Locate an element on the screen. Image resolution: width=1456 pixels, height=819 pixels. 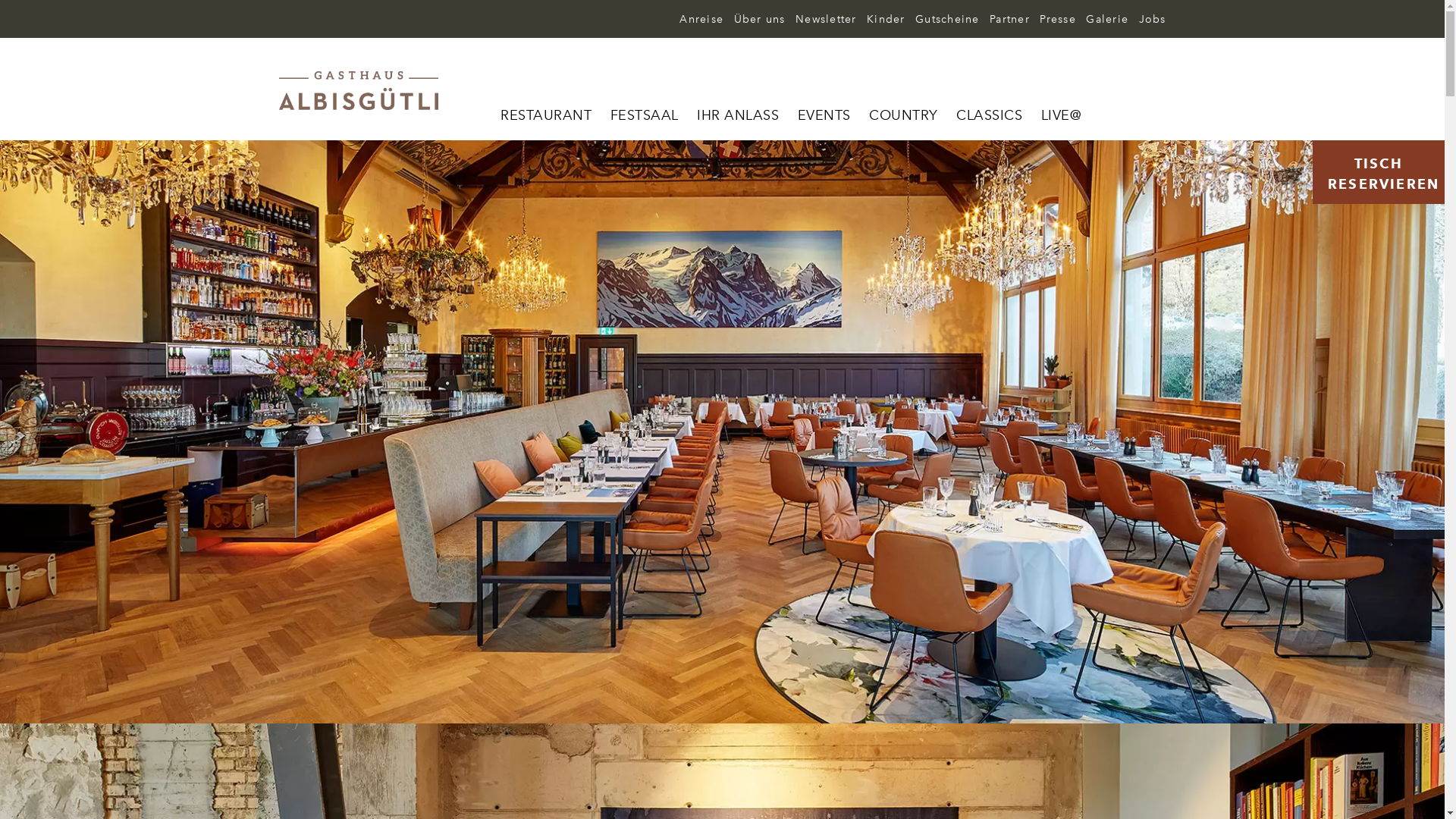
'RESTAURANT' is located at coordinates (546, 116).